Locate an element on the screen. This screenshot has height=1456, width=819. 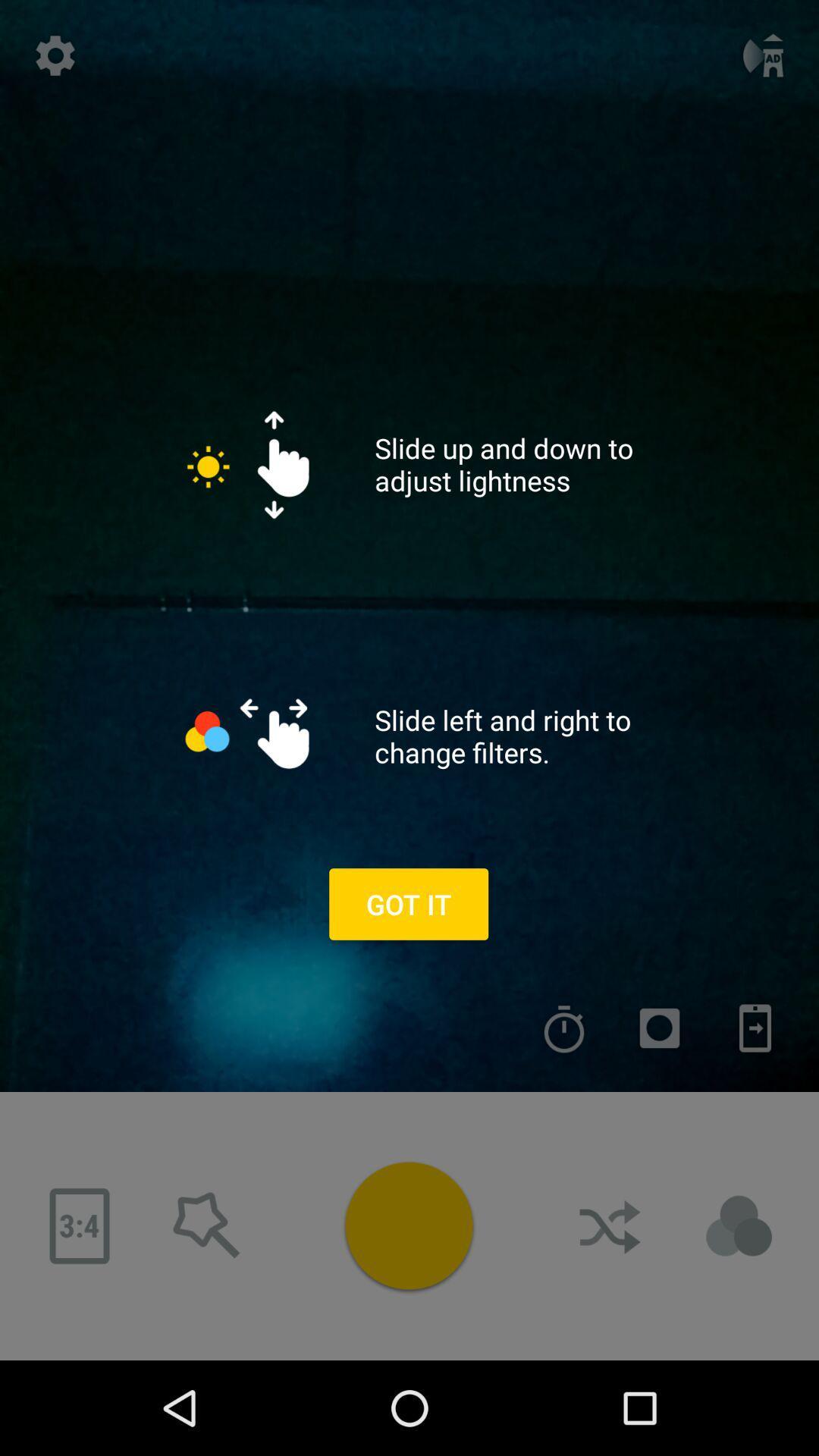
shuffle is located at coordinates (610, 1226).